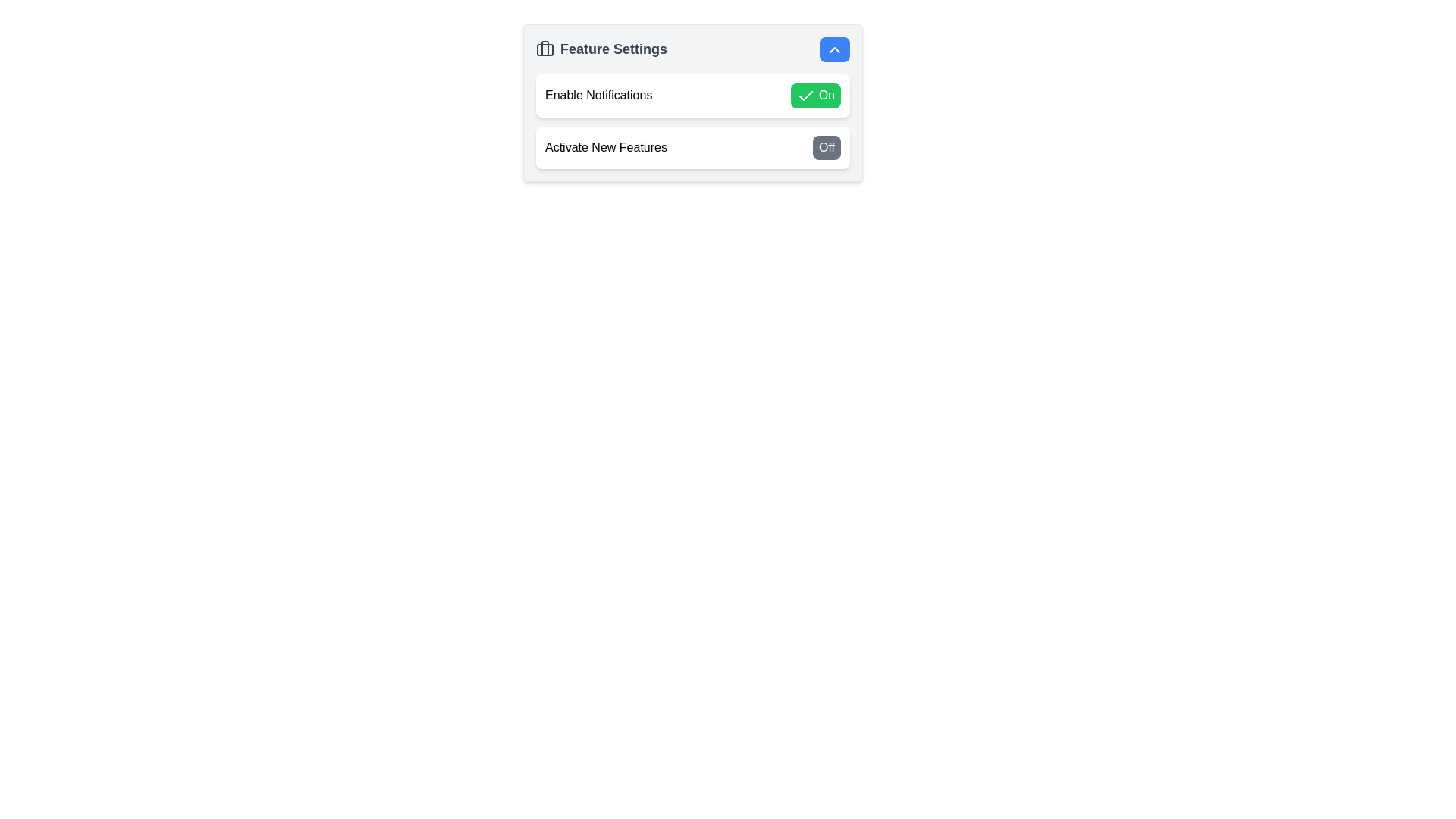 This screenshot has height=819, width=1456. Describe the element at coordinates (605, 147) in the screenshot. I see `the text label that reads 'Activate New Features', which is positioned to the left of a toggle button labeled 'Off' in the 'Feature Settings' card` at that location.